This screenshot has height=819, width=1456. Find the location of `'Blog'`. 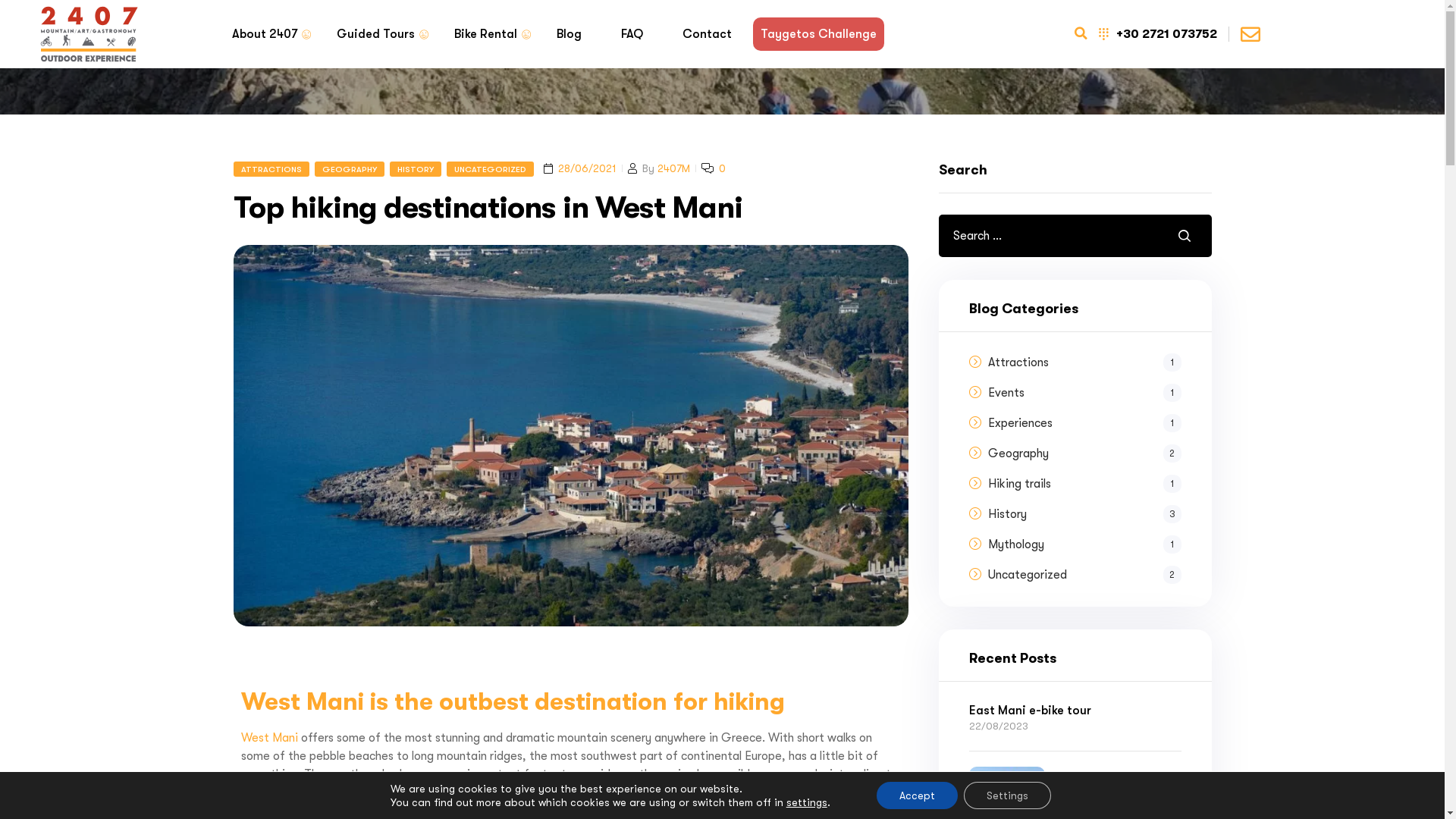

'Blog' is located at coordinates (568, 34).